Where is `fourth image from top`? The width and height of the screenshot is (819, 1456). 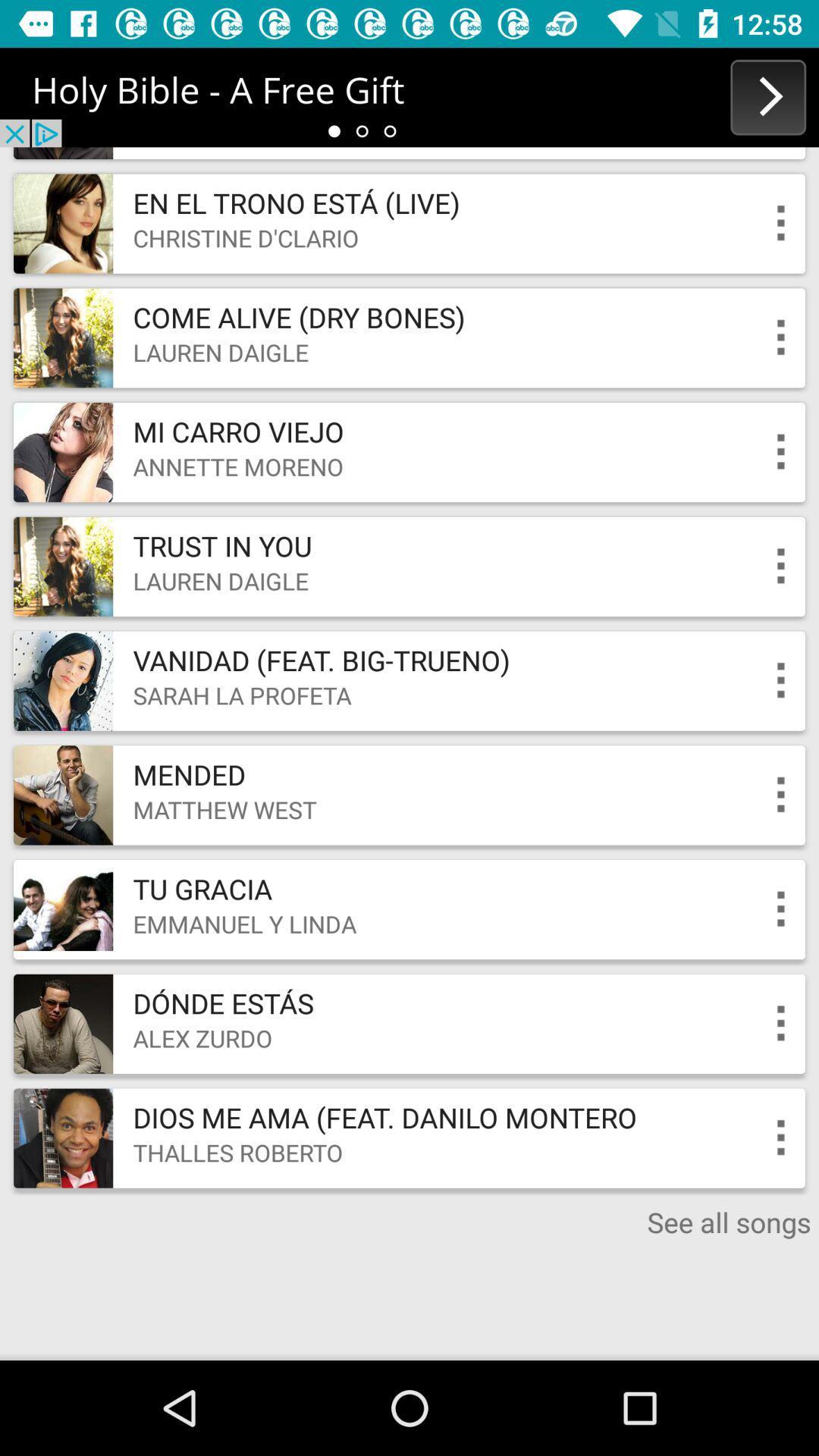 fourth image from top is located at coordinates (62, 566).